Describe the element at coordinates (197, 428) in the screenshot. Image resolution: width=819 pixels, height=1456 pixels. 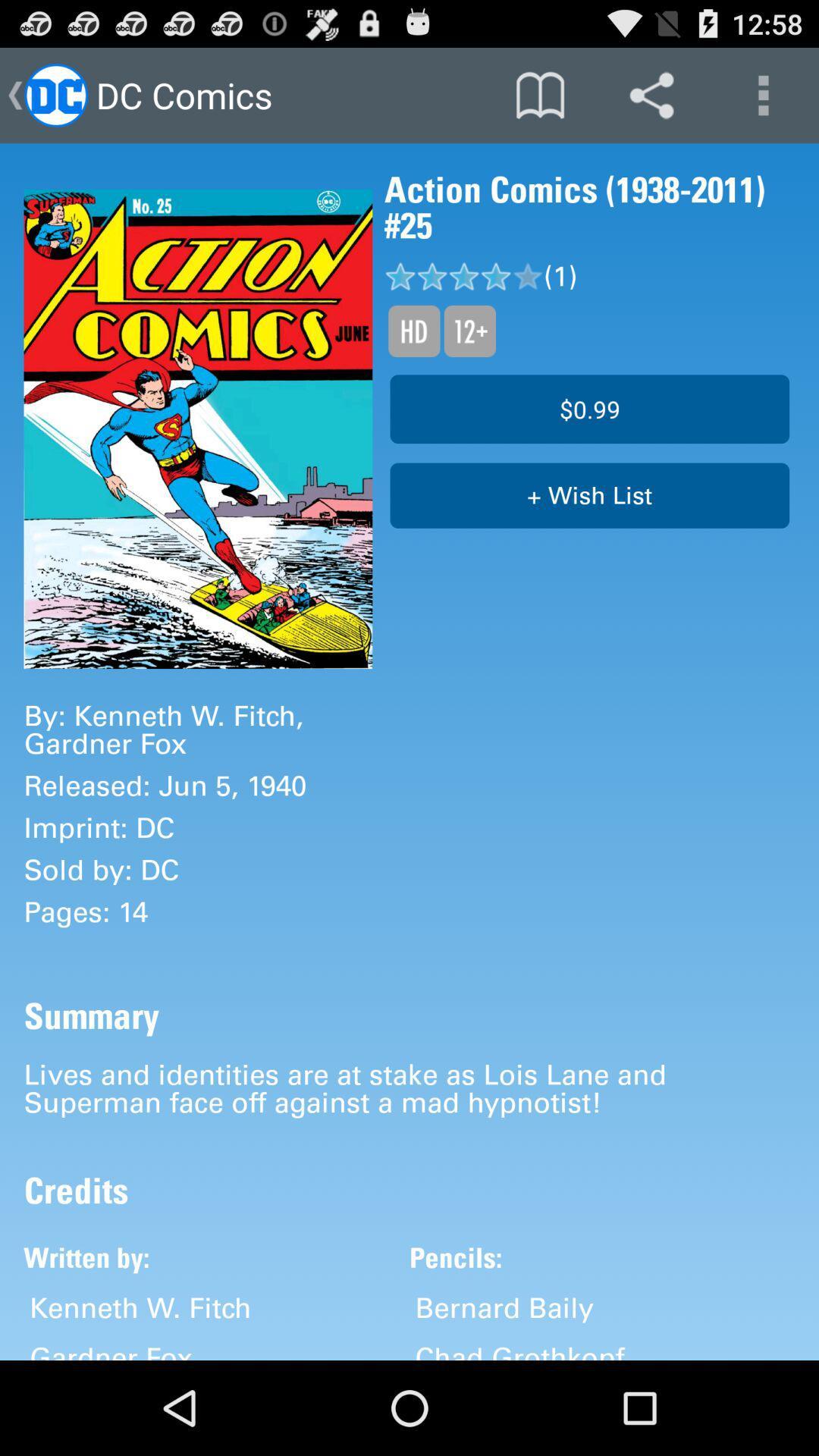
I see `icon above by kenneth w icon` at that location.